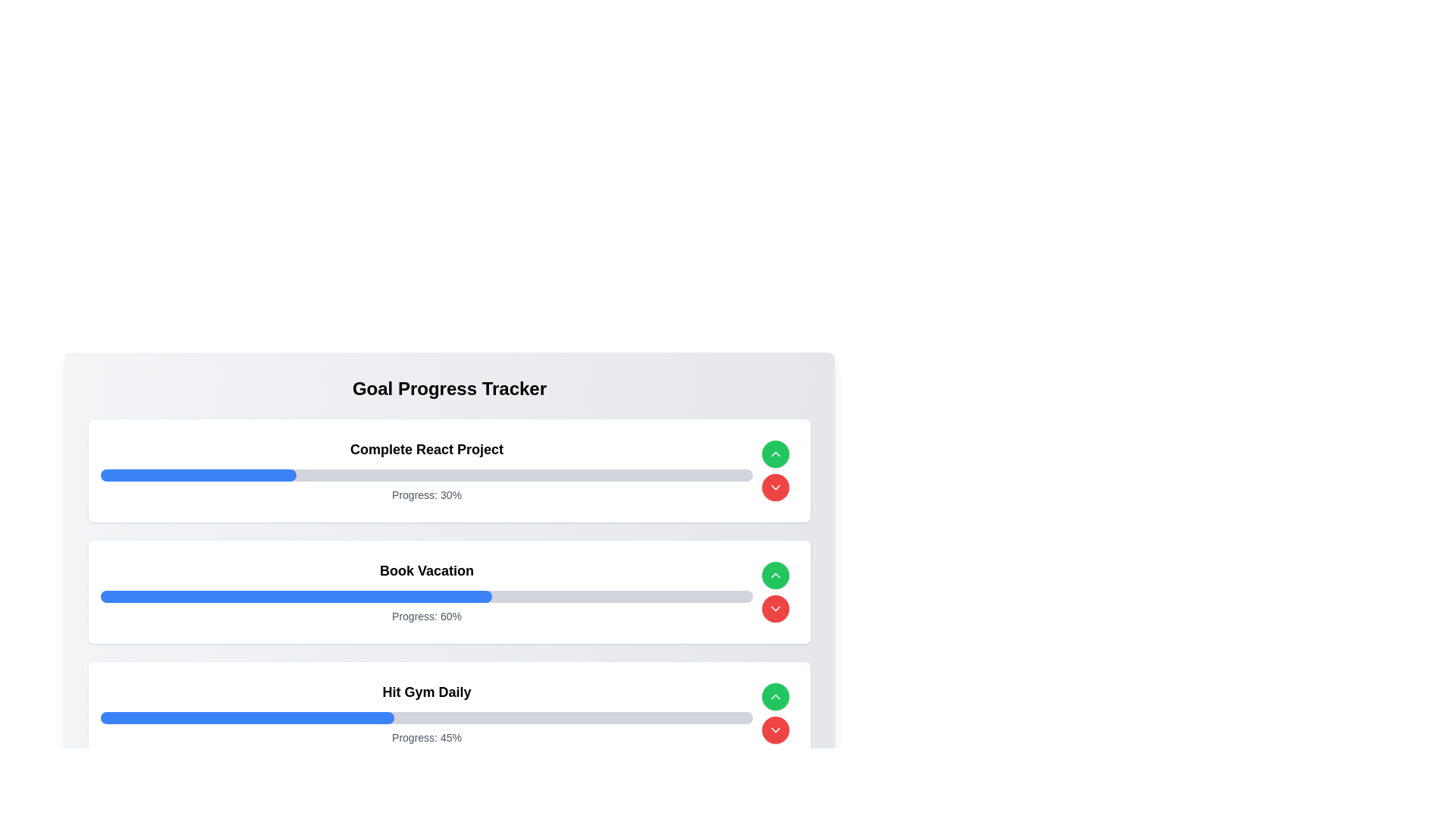  Describe the element at coordinates (247, 717) in the screenshot. I see `the progress bar representing the 'Hit Gym Daily' task, which visually indicates the task's completion within the larger gray progress bar` at that location.